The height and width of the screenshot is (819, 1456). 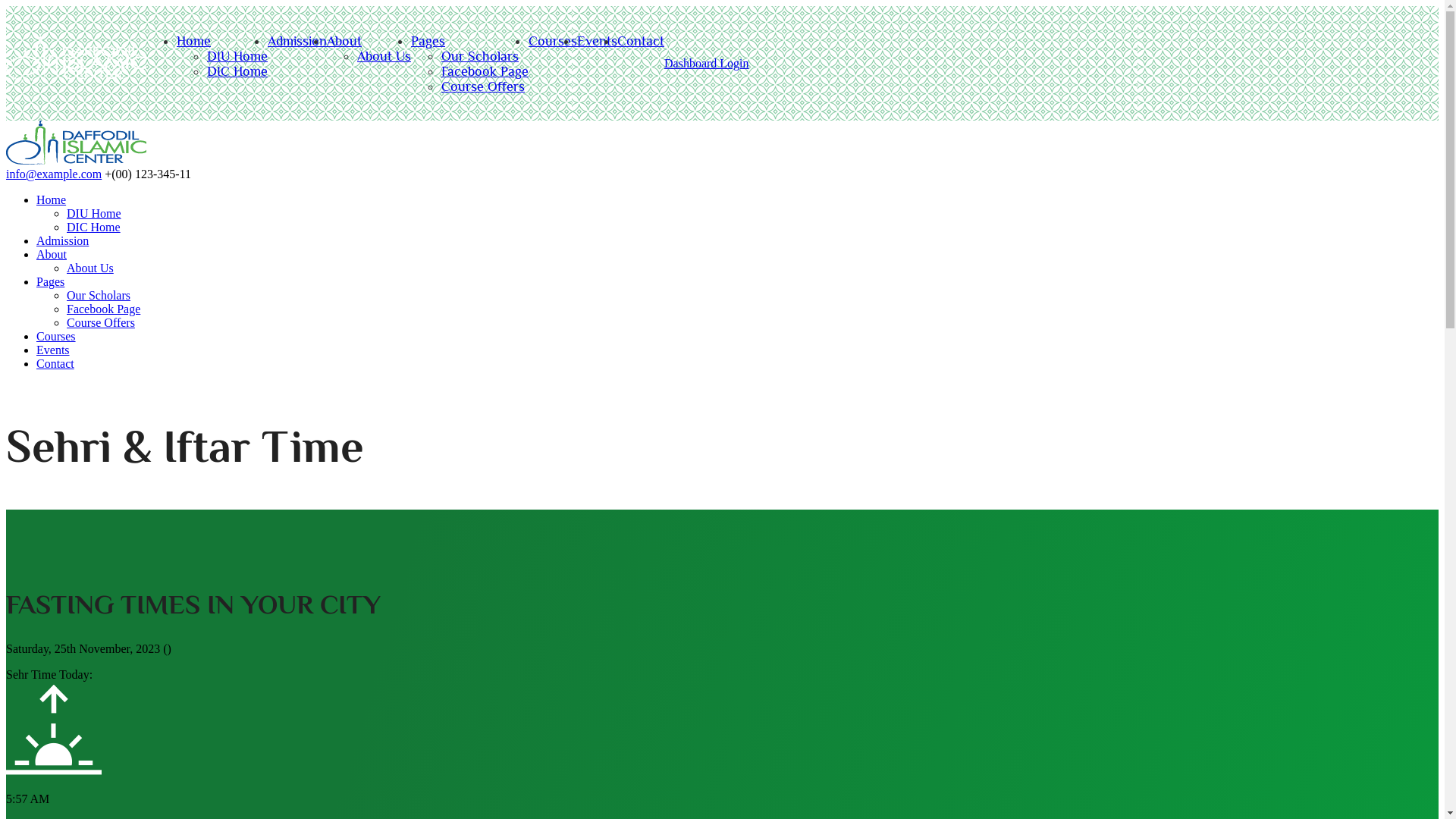 I want to click on 'About', so click(x=344, y=40).